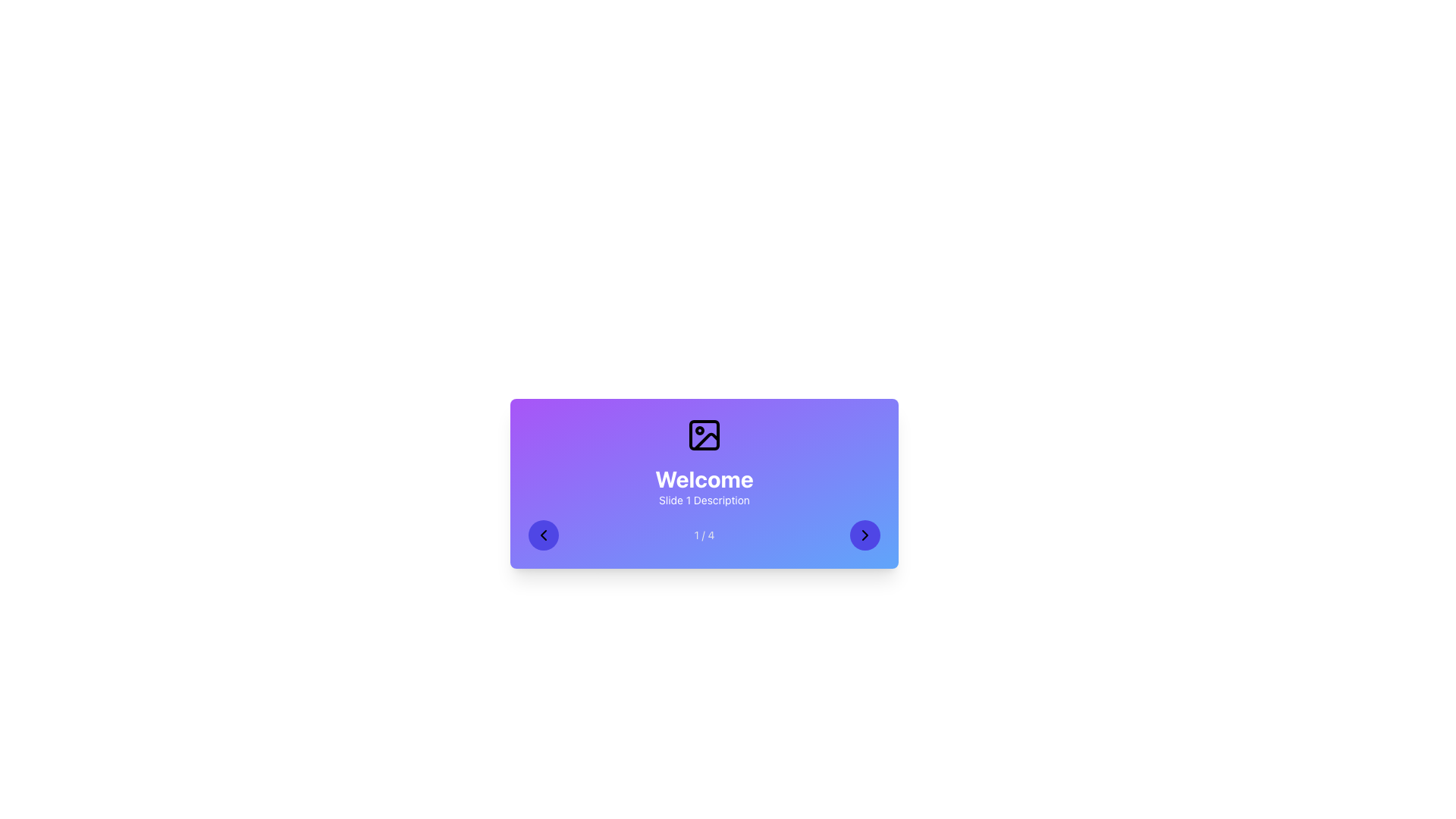 This screenshot has width=1456, height=819. I want to click on the descriptive subtitle text that provides contextual information about the current slide, positioned below the 'Welcome' text in a presentation interface, so click(704, 500).